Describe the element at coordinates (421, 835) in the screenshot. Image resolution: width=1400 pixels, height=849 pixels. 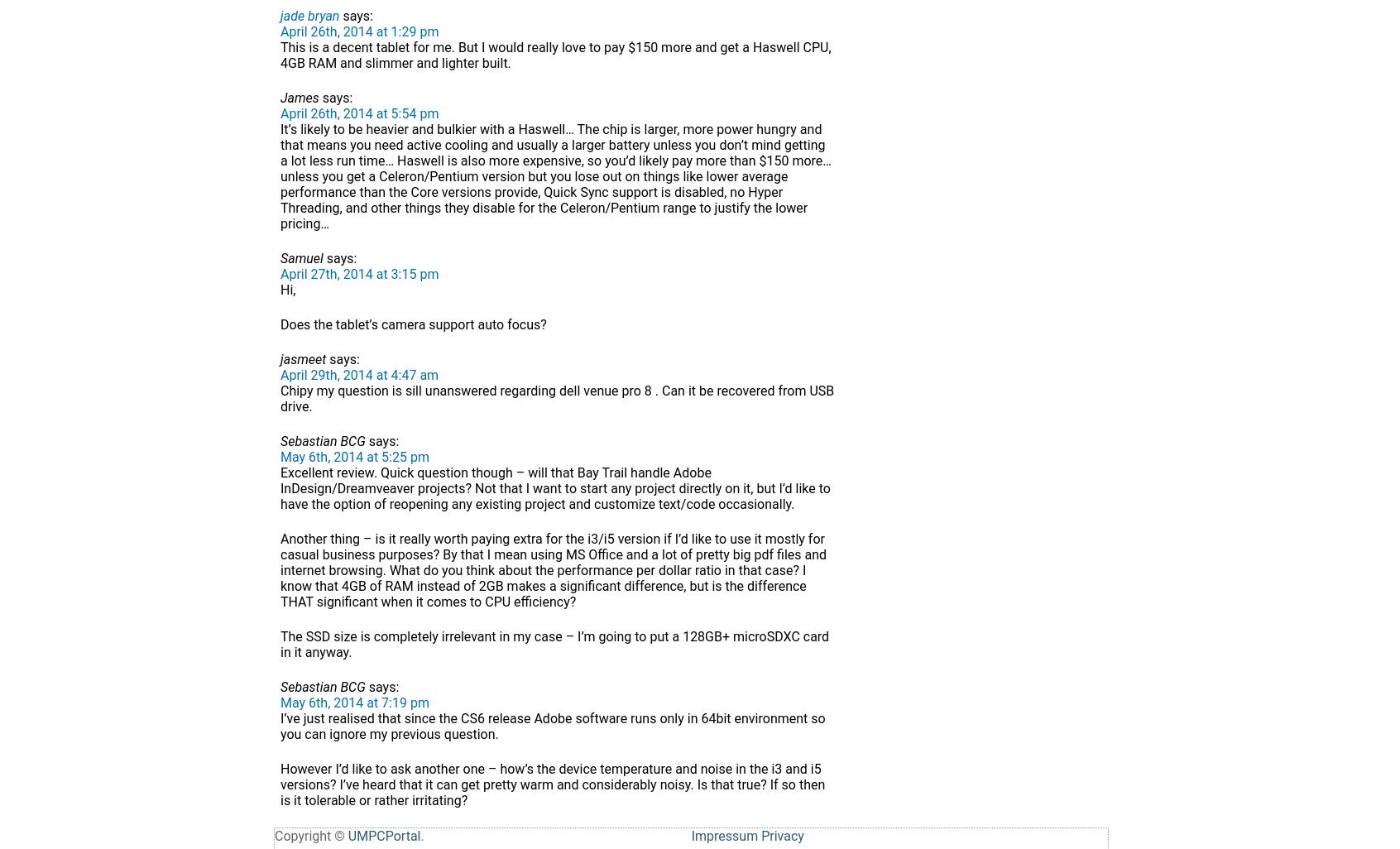
I see `'.'` at that location.